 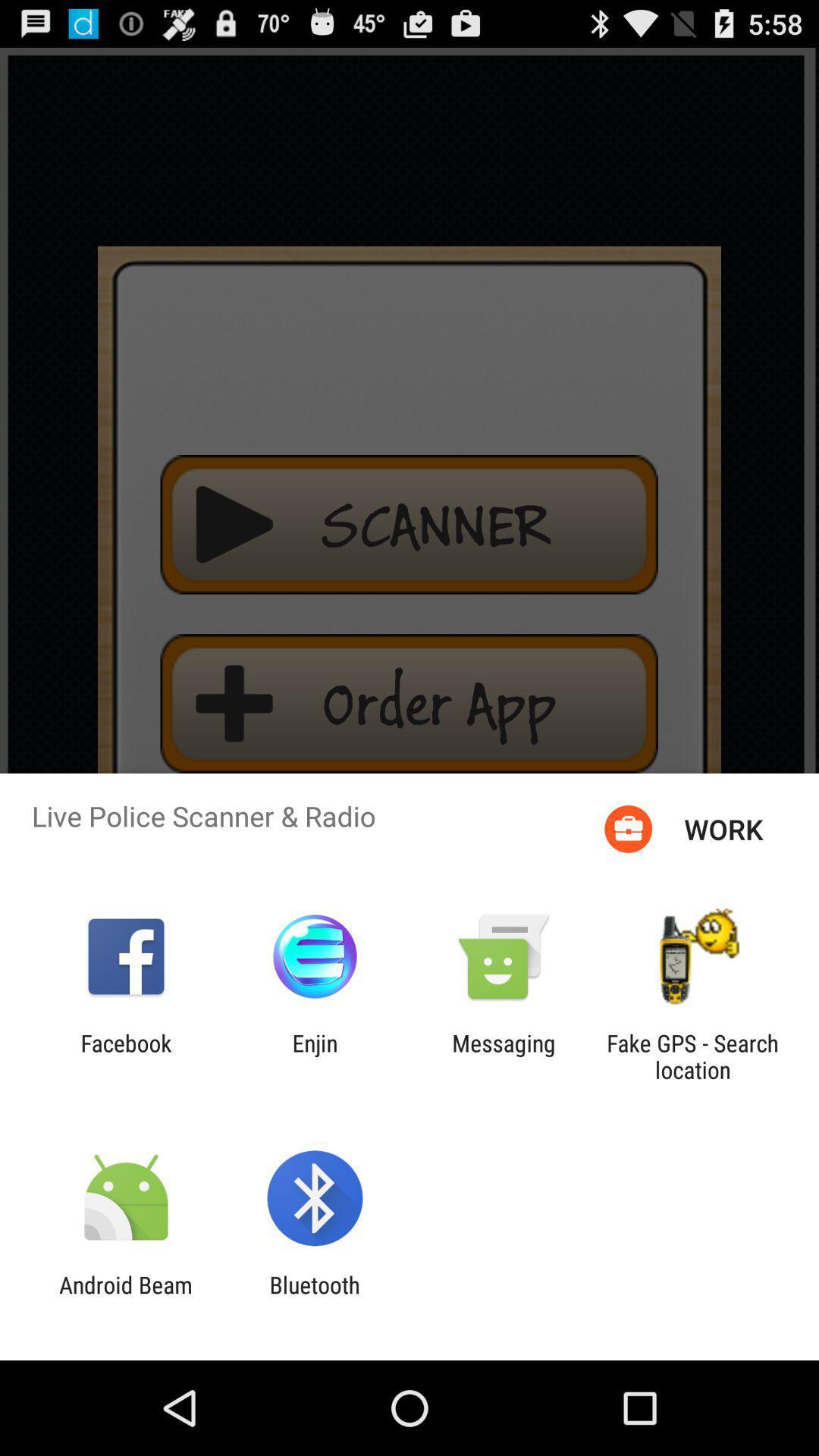 I want to click on the icon to the right of messaging, so click(x=692, y=1056).